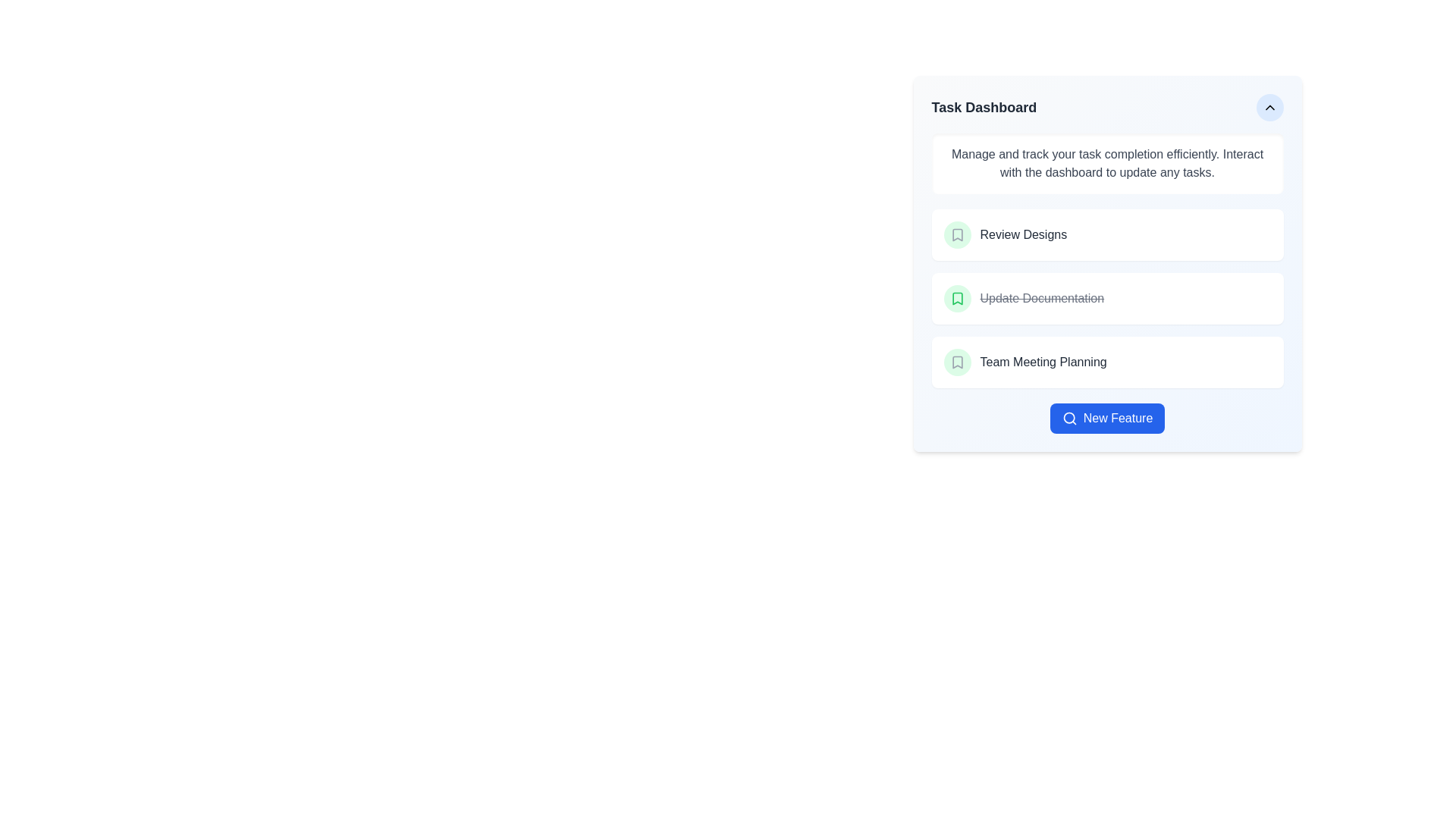 The height and width of the screenshot is (819, 1456). I want to click on the button with a blue background and white text reading 'New Feature,' located at the bottom center of the card titled 'Task Dashboard', so click(1107, 418).